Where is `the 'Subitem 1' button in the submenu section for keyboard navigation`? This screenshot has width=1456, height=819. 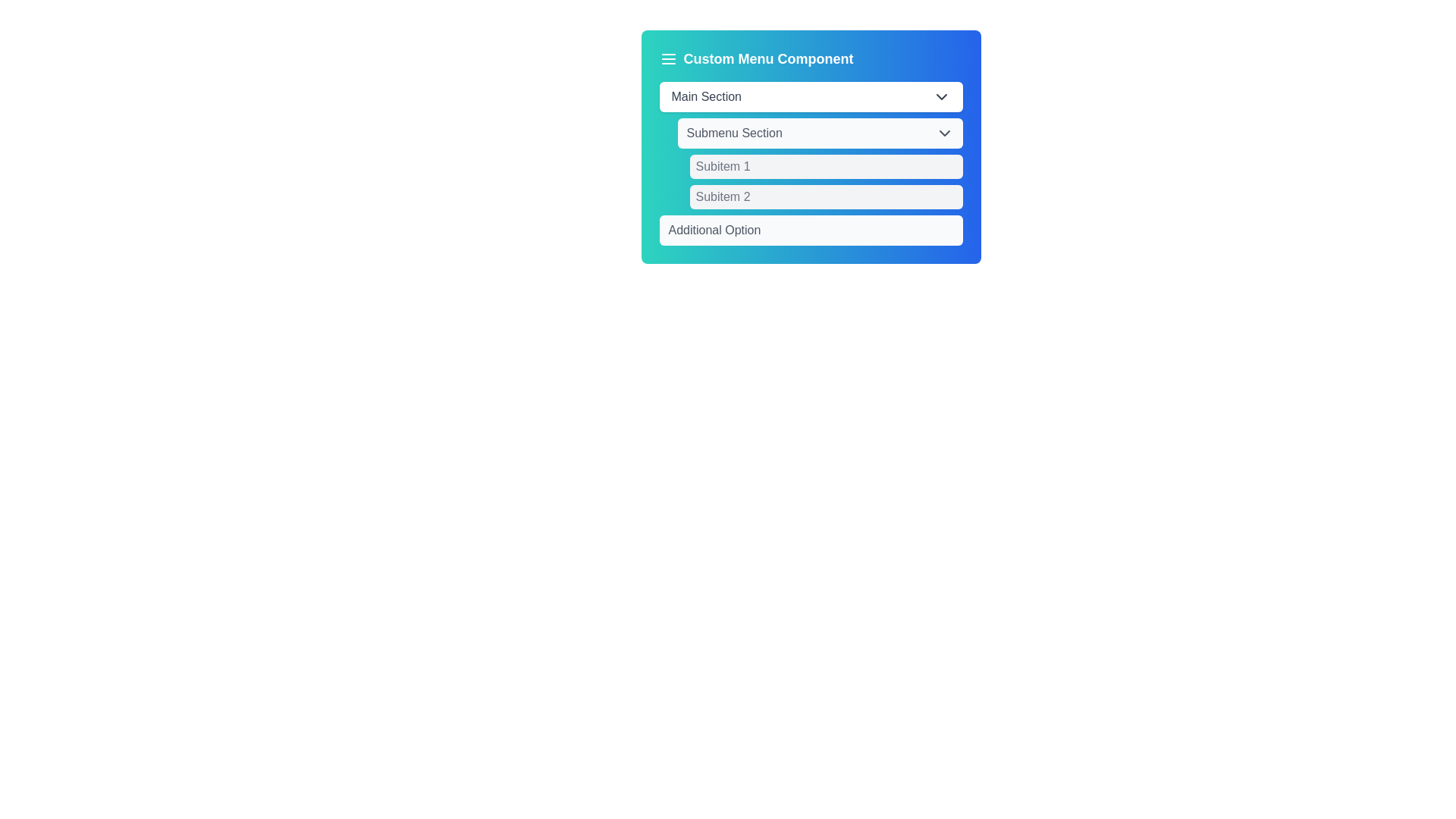
the 'Subitem 1' button in the submenu section for keyboard navigation is located at coordinates (825, 166).